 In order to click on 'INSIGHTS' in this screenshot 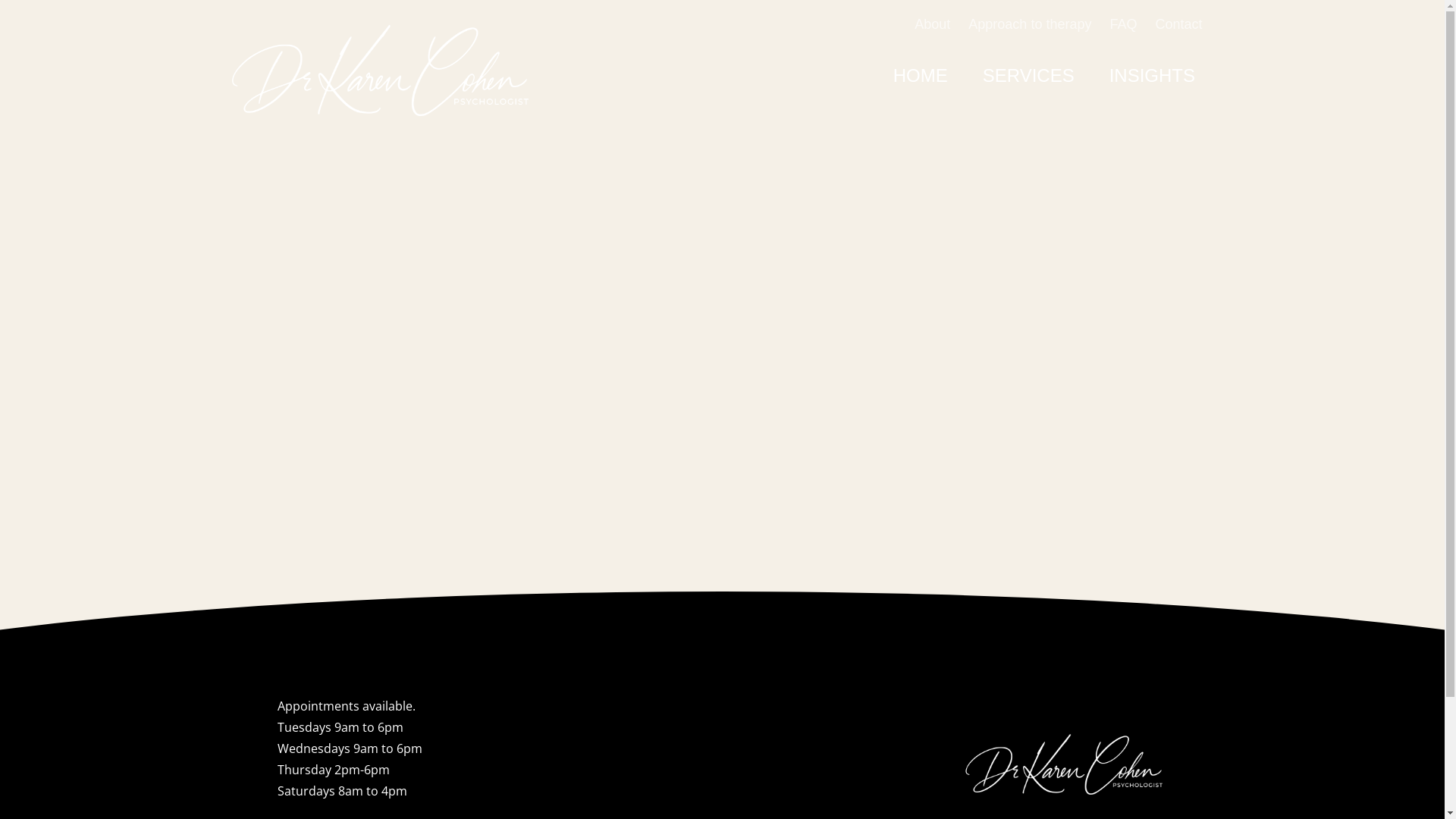, I will do `click(1152, 76)`.